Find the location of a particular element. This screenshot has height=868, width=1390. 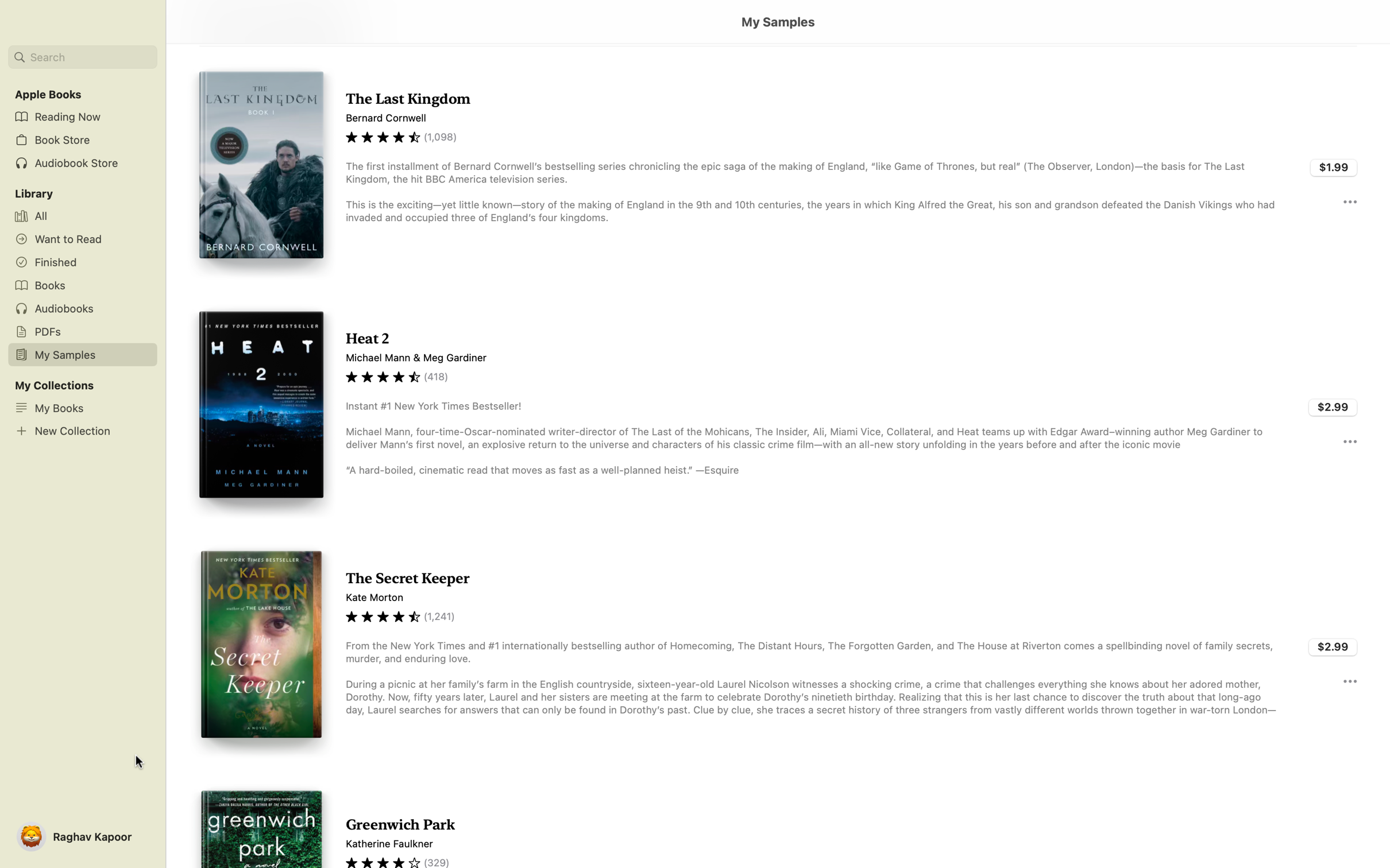

Execute the "read_heat_2" with a double click is located at coordinates (777, 409).